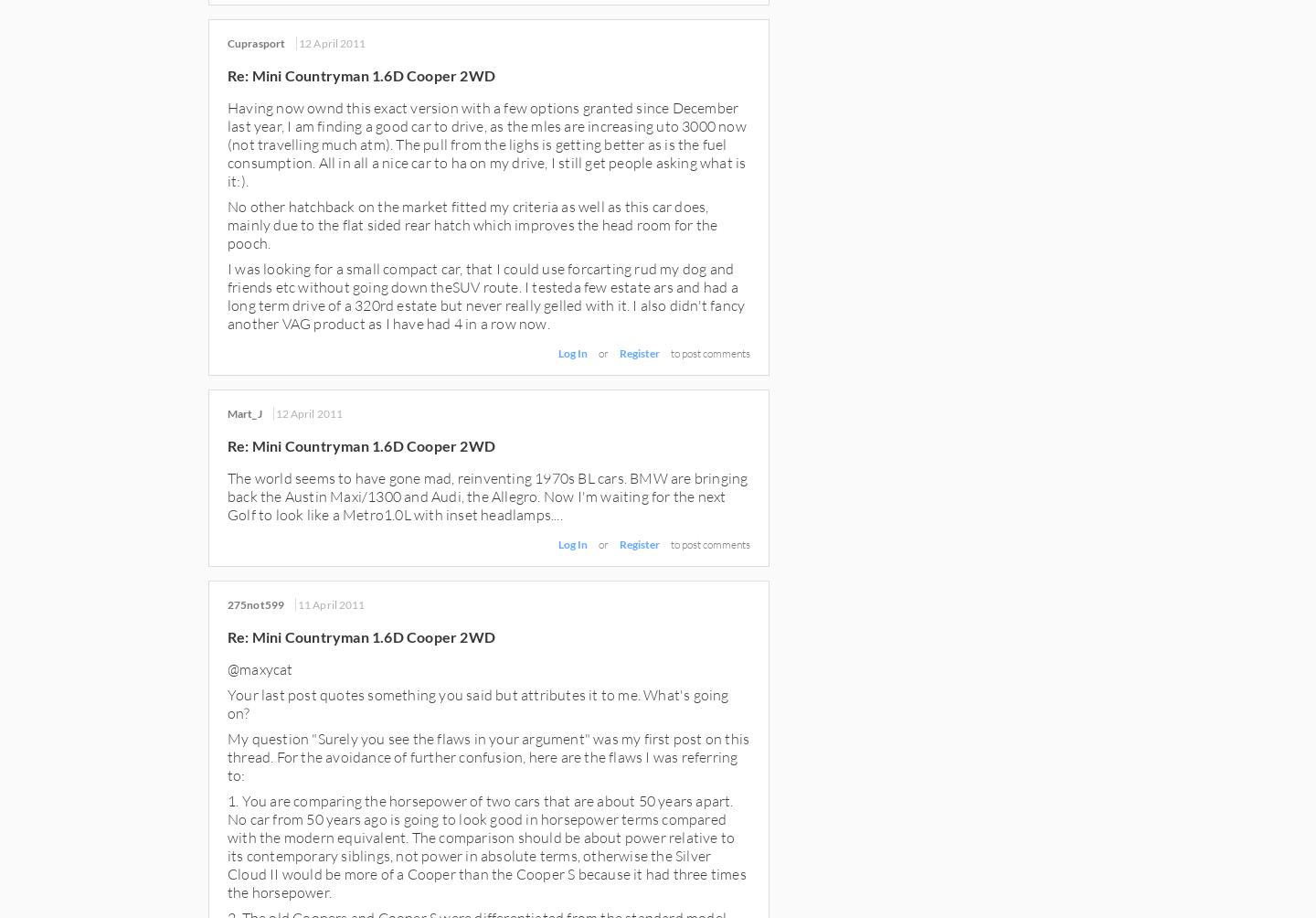  I want to click on 'No other hatchback on the market fitted my criteria as well as this car does, mainly due to the flat sided rear hatch which improves the head room for the pooch.', so click(471, 223).